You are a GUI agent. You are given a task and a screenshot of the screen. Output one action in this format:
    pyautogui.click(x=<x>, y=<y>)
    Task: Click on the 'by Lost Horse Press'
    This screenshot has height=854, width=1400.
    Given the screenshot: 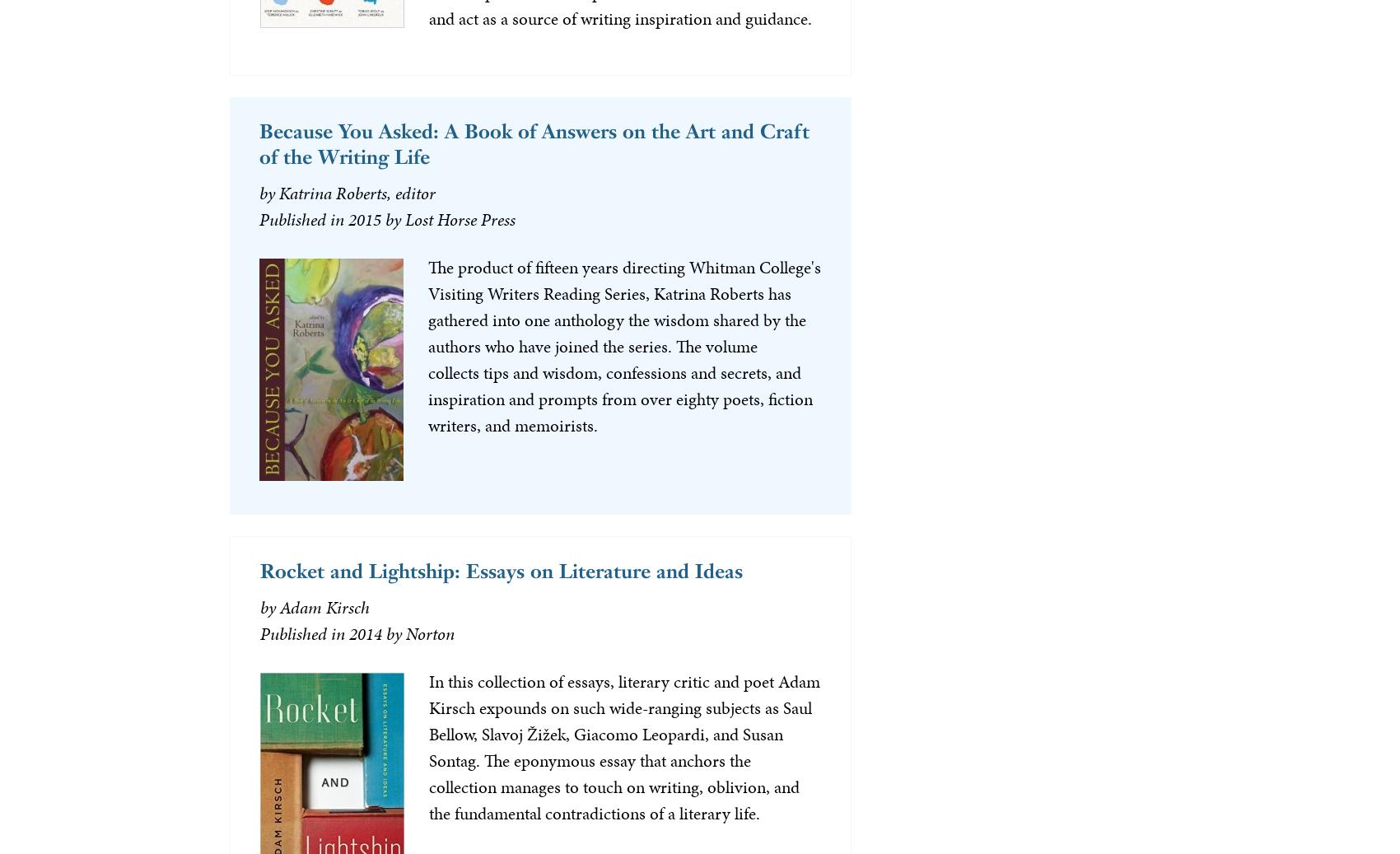 What is the action you would take?
    pyautogui.click(x=449, y=217)
    